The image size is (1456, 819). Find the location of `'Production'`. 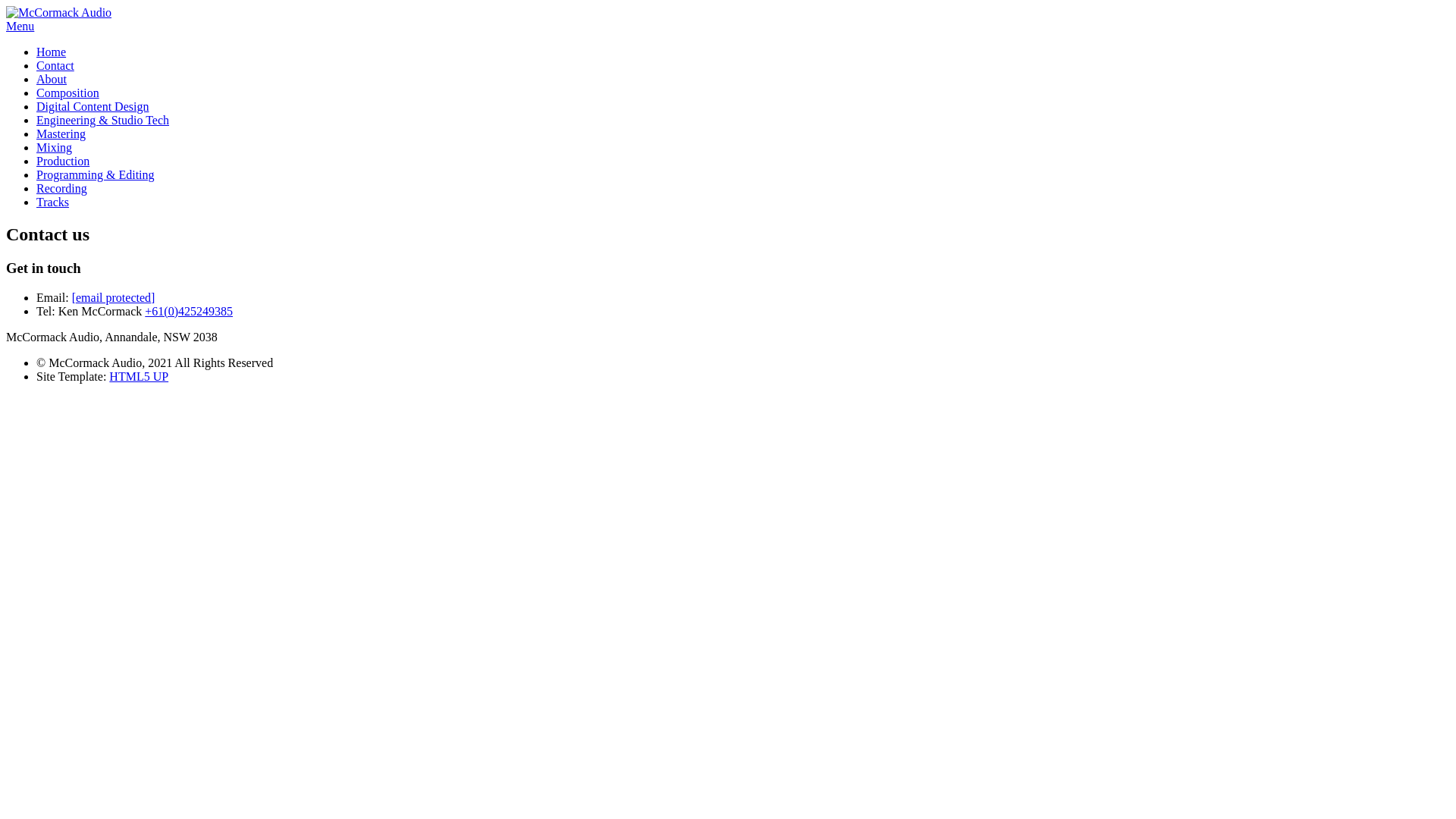

'Production' is located at coordinates (61, 161).